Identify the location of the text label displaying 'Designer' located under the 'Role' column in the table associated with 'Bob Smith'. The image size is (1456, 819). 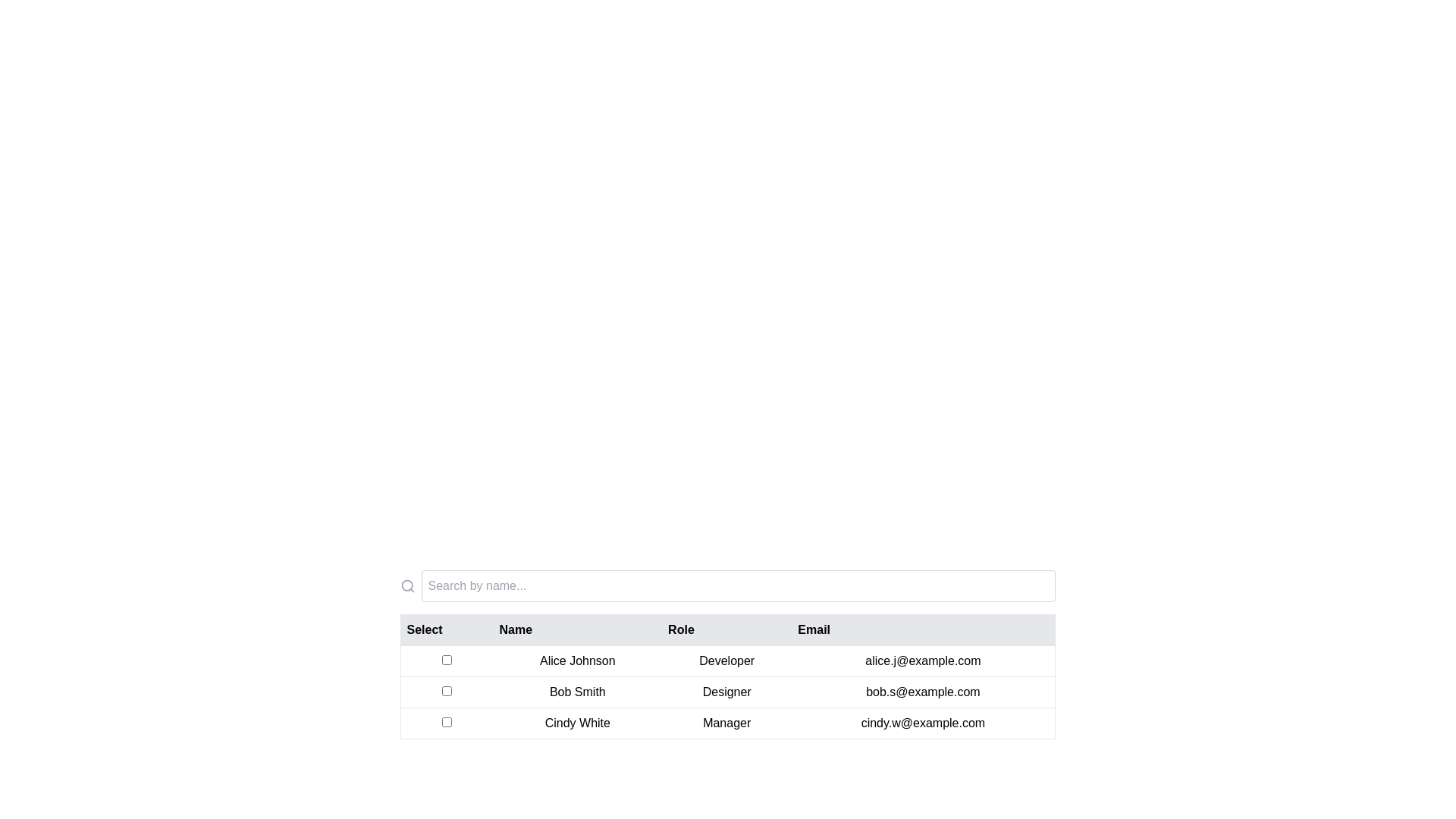
(726, 692).